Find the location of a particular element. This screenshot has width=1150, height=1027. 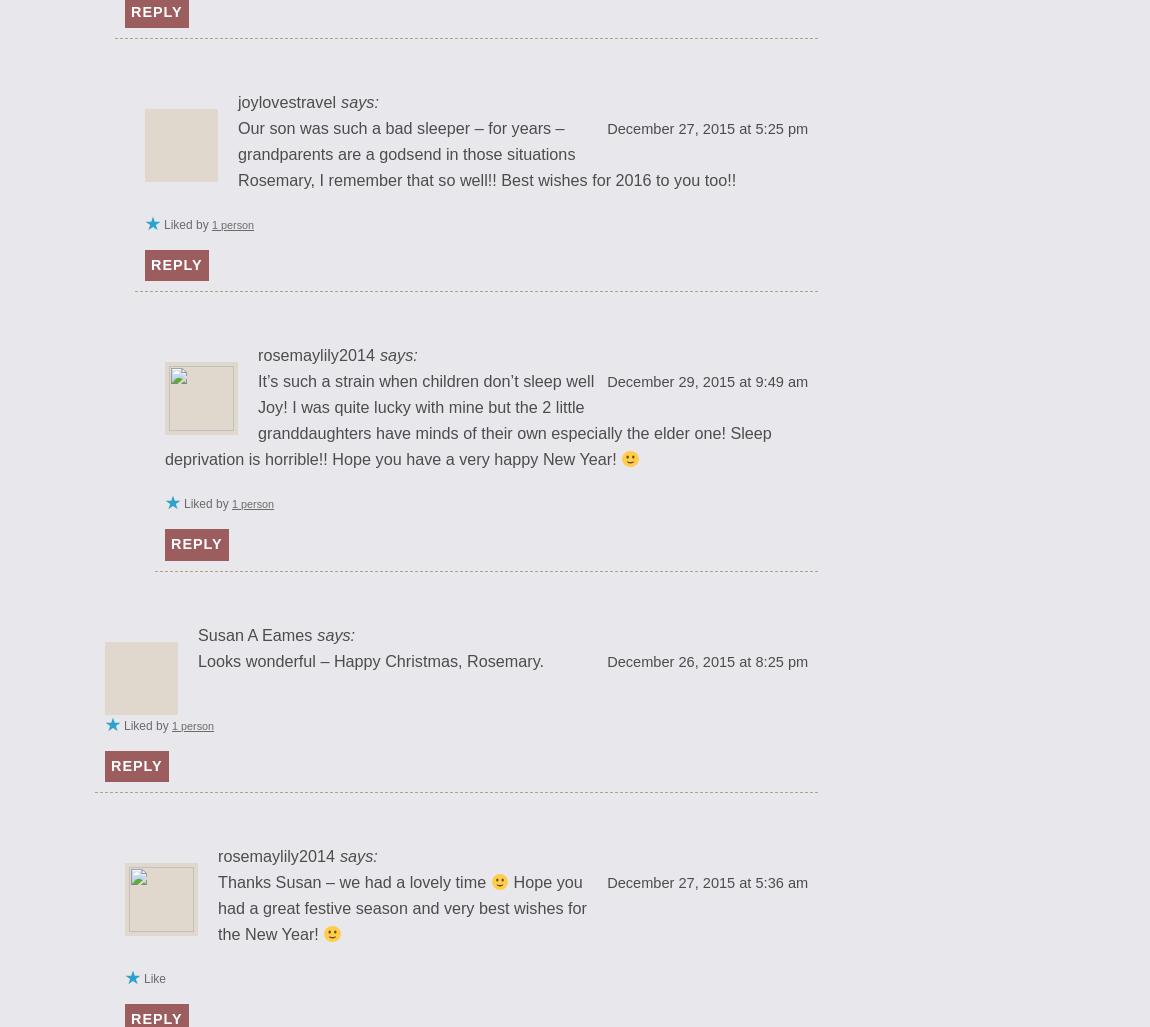

'joylovestravel' is located at coordinates (237, 100).